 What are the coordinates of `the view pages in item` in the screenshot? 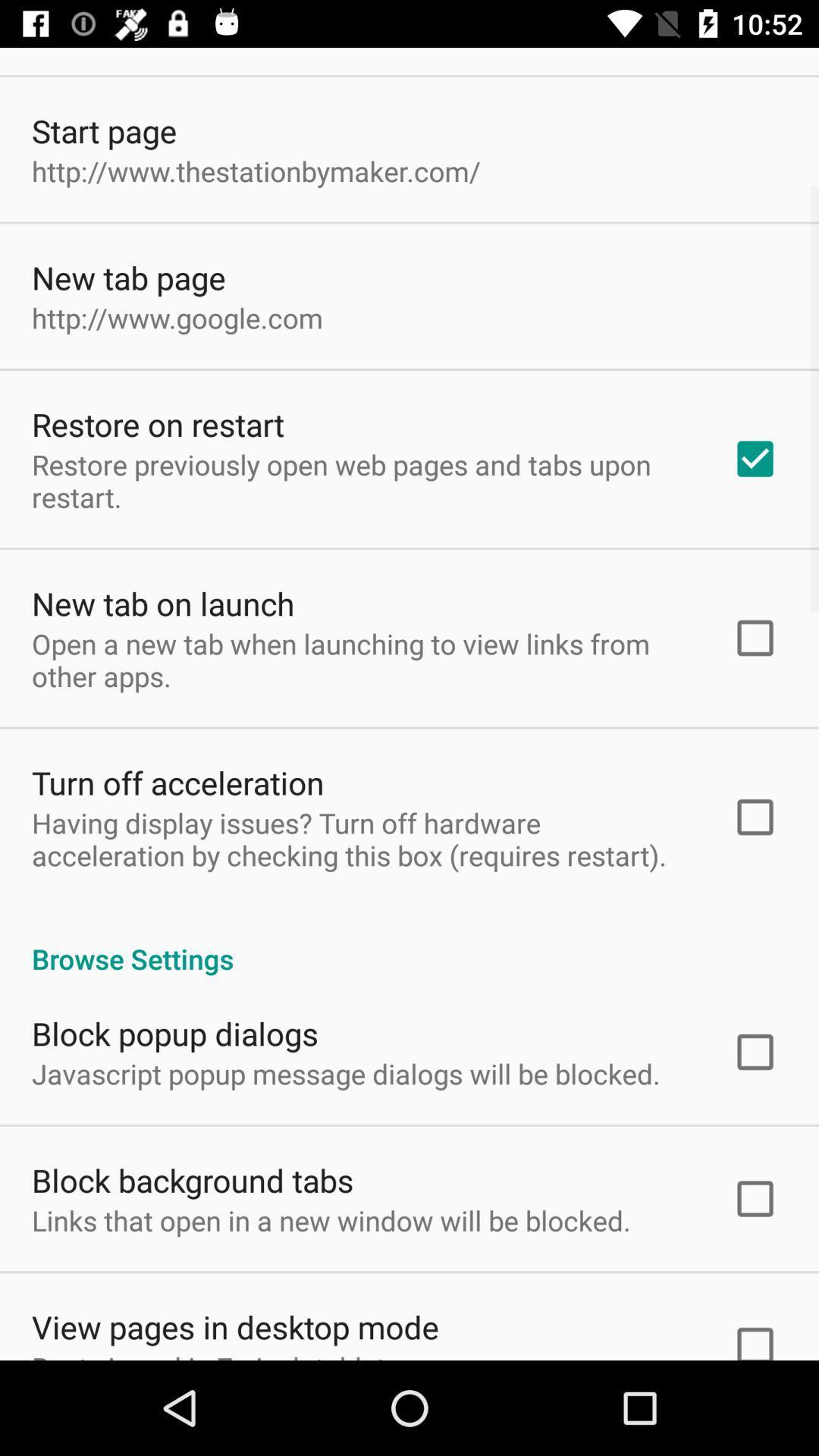 It's located at (235, 1326).